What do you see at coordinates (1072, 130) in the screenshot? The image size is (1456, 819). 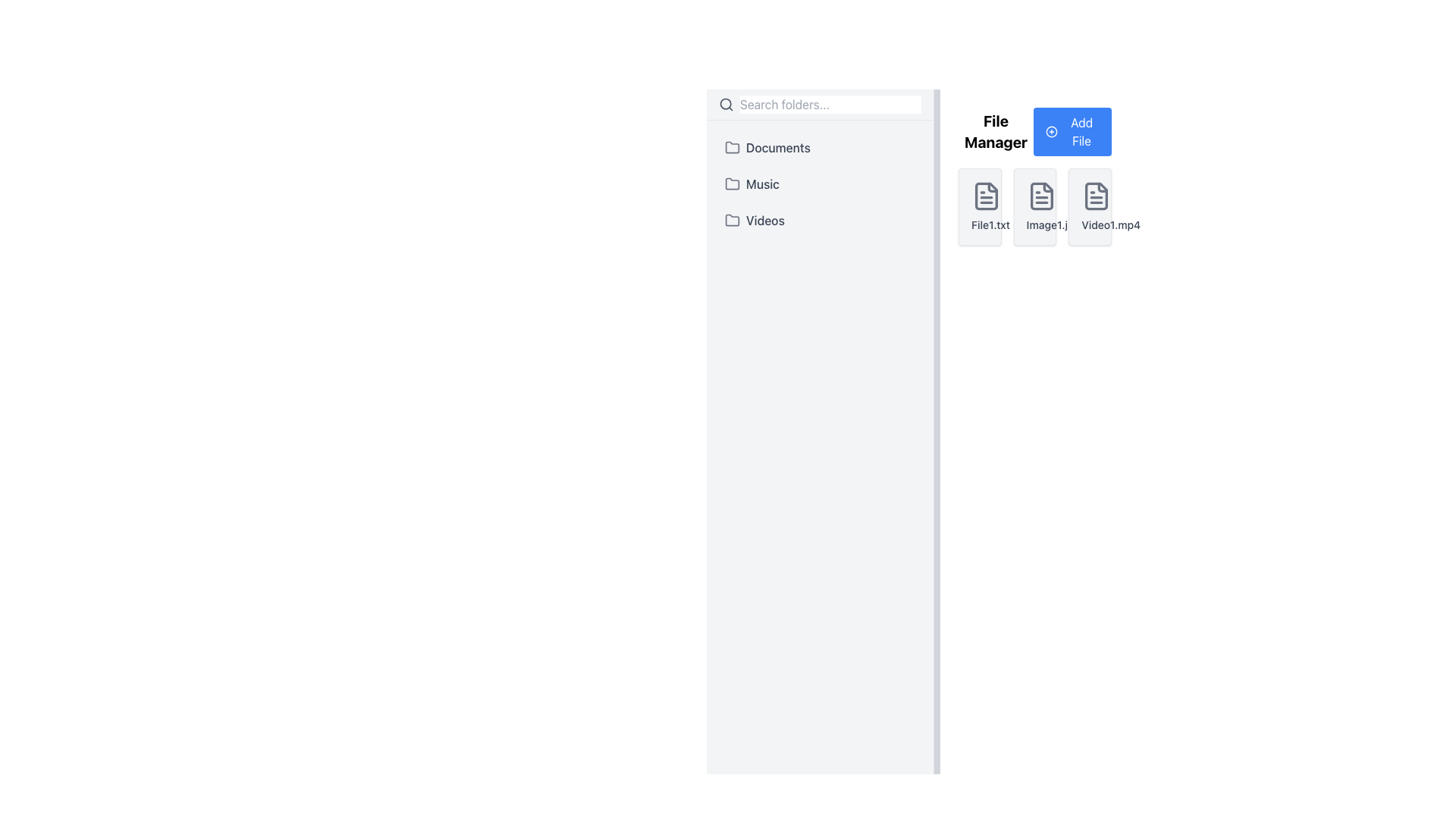 I see `the 'Add File' button located to the right of the 'File Manager' text` at bounding box center [1072, 130].